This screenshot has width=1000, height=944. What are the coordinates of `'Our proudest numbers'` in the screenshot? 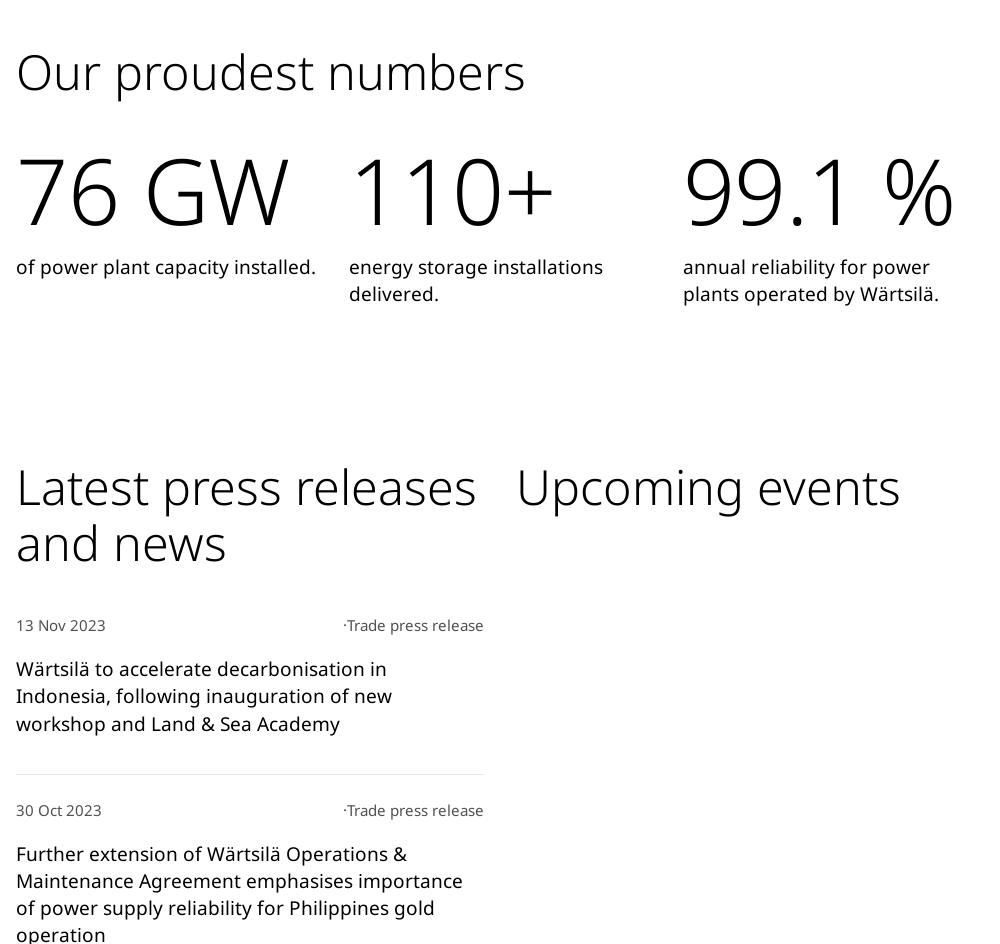 It's located at (271, 69).